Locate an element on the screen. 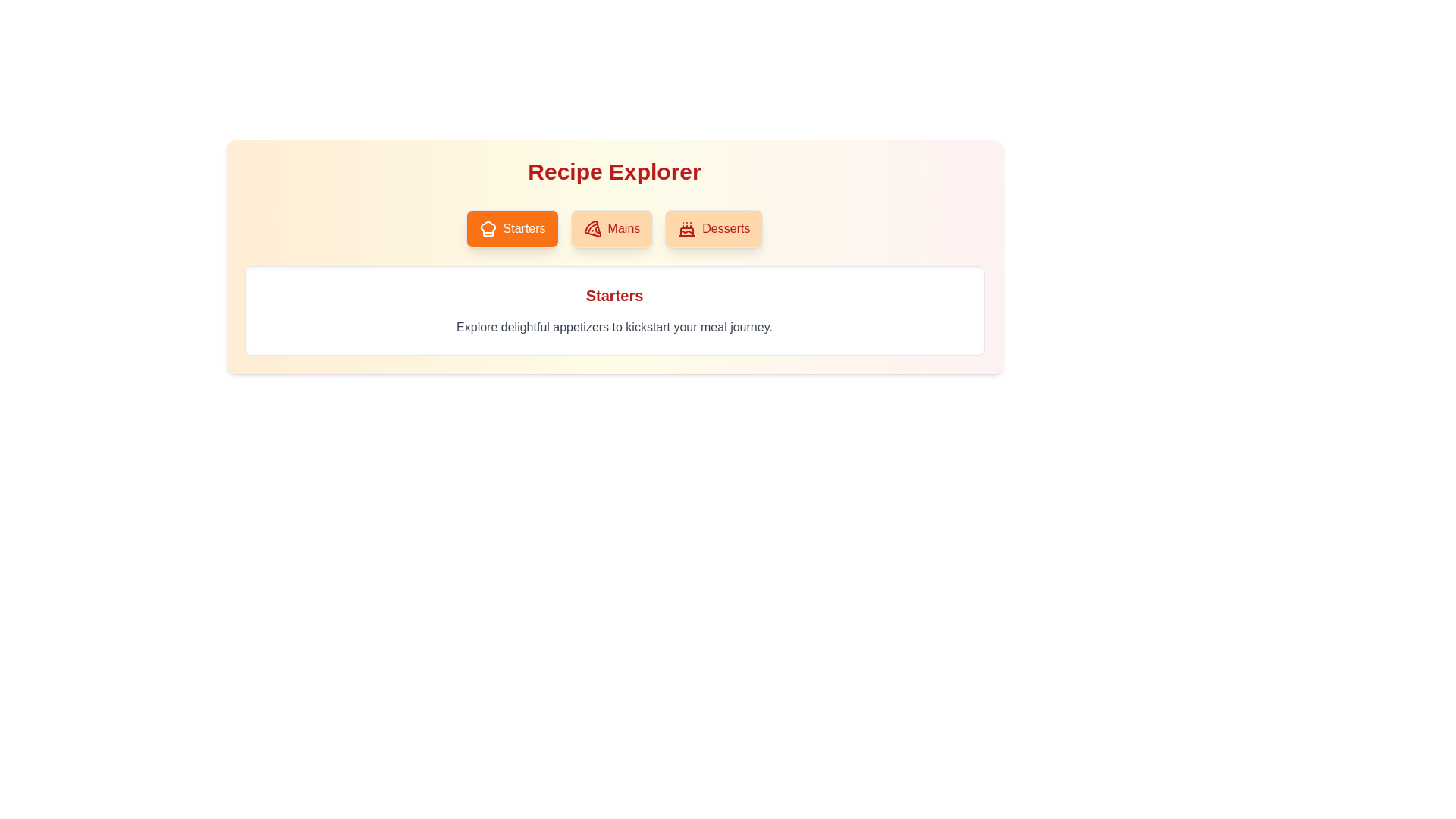 Image resolution: width=1456 pixels, height=819 pixels. the Desserts tab by clicking on its button is located at coordinates (712, 228).